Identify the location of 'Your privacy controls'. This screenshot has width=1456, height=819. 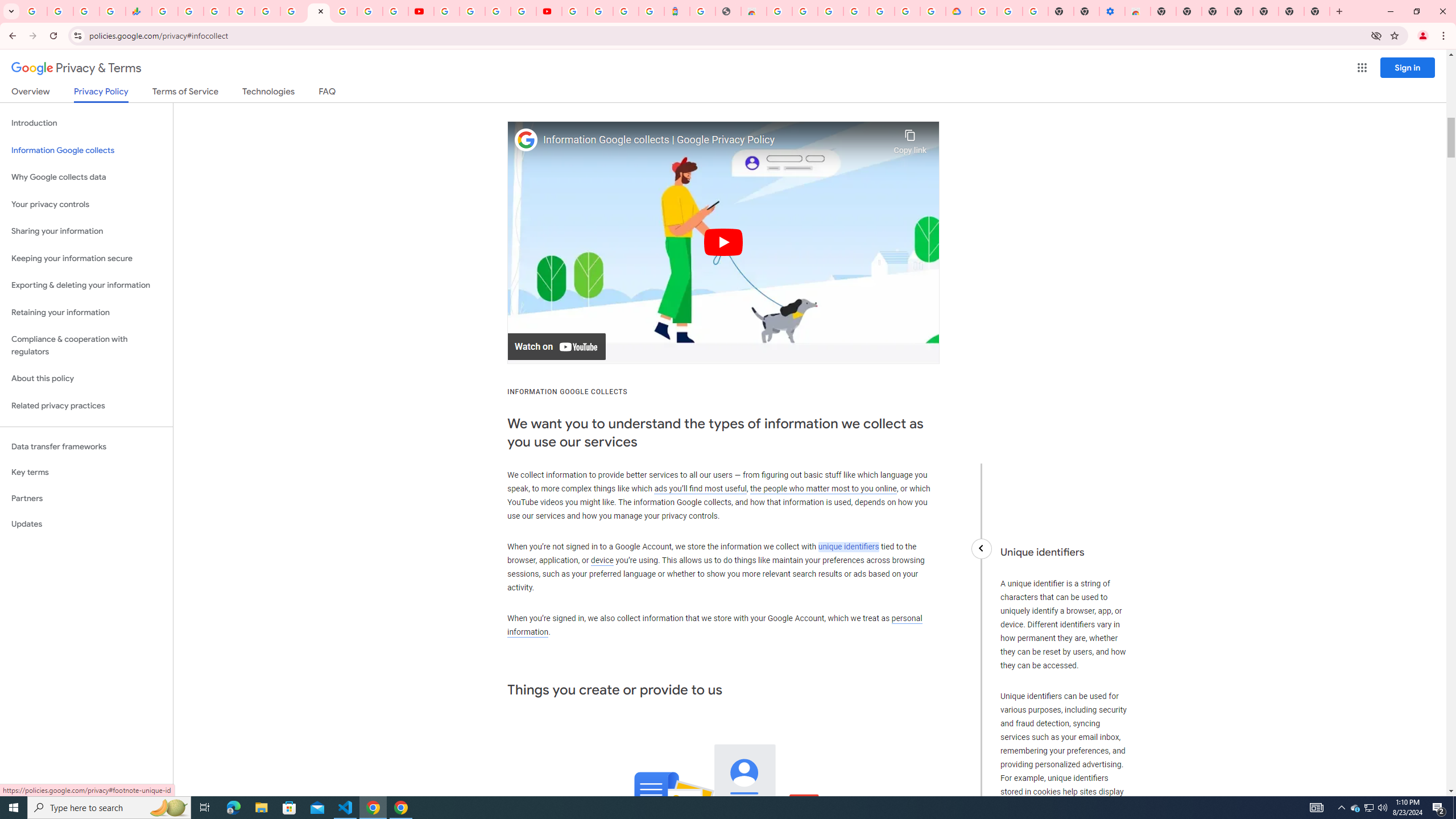
(86, 205).